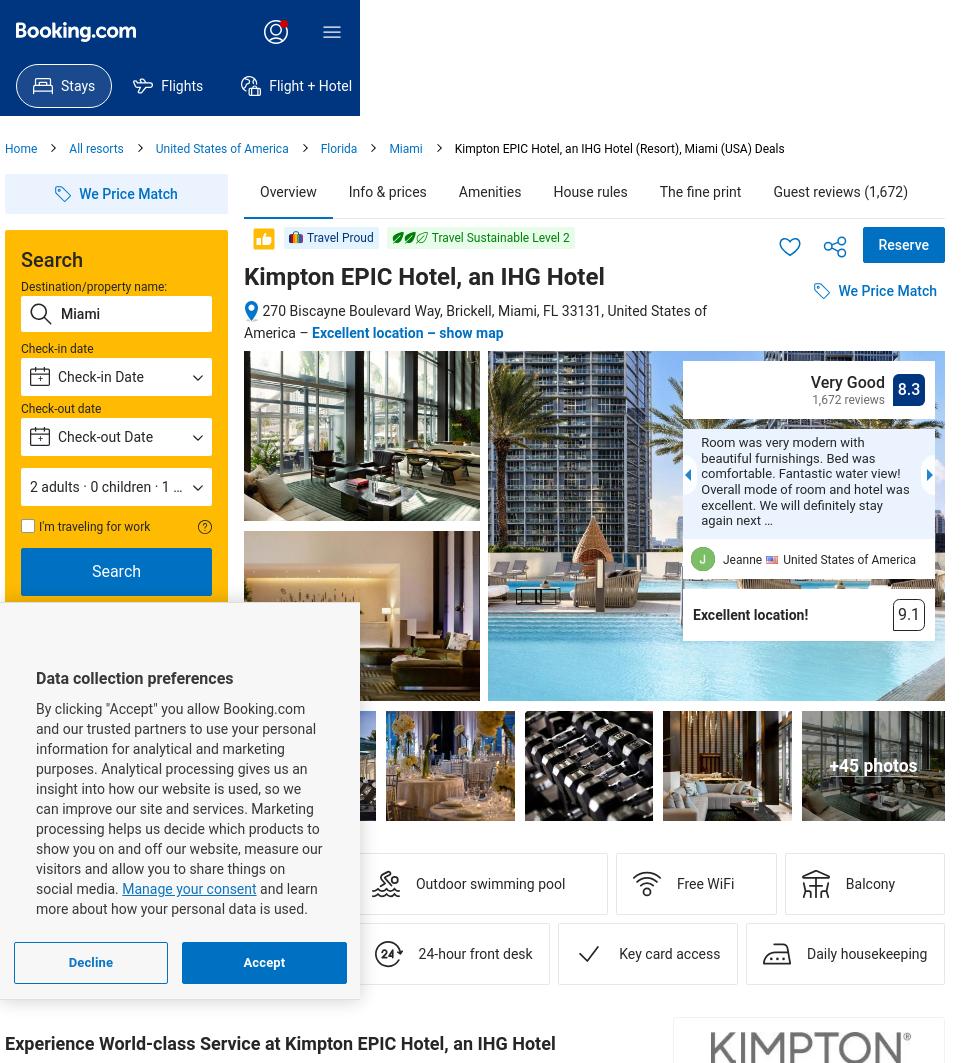  What do you see at coordinates (93, 882) in the screenshot?
I see `'City view'` at bounding box center [93, 882].